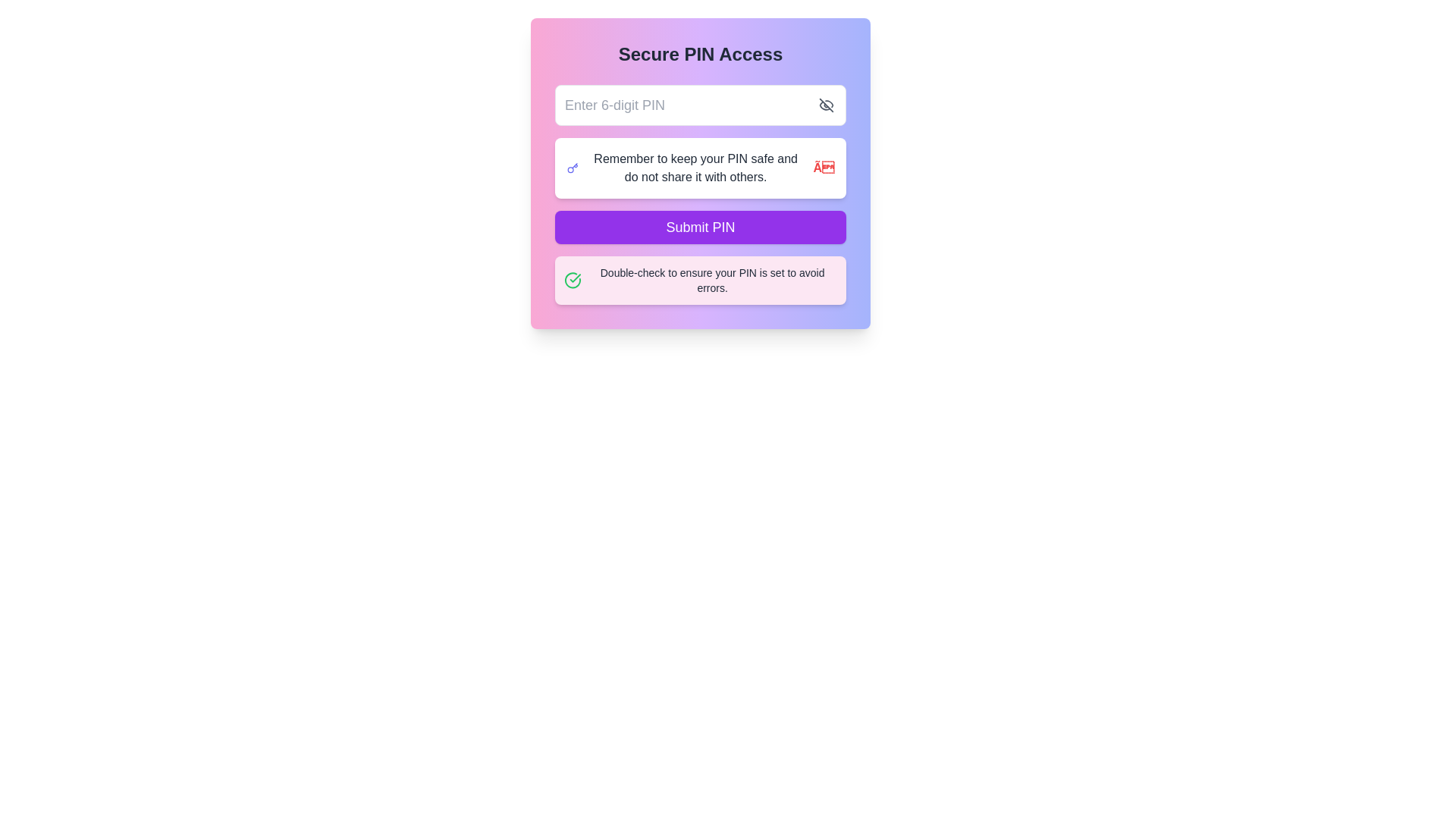 The width and height of the screenshot is (1456, 819). I want to click on the small gray eye icon with a strike-through line, positioned to the right of the 'Enter 6-digit PIN' input field, so click(825, 104).